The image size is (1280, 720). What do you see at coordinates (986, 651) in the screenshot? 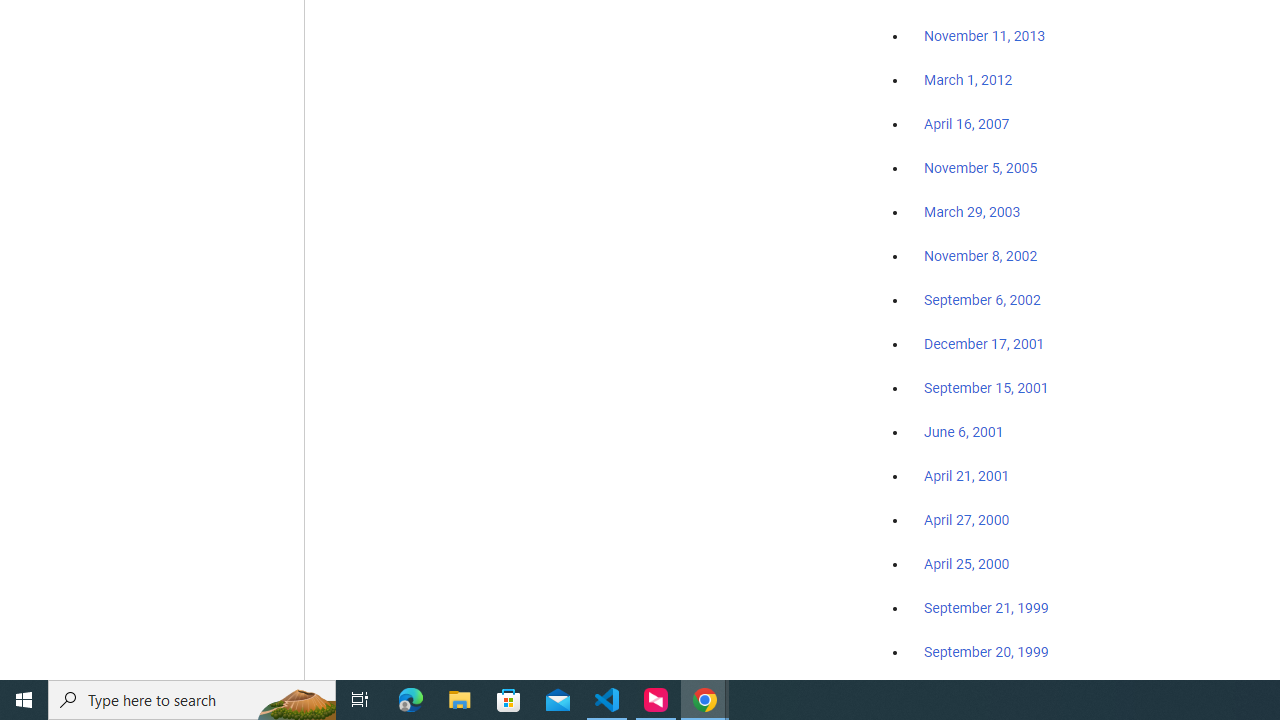
I see `'September 20, 1999'` at bounding box center [986, 651].